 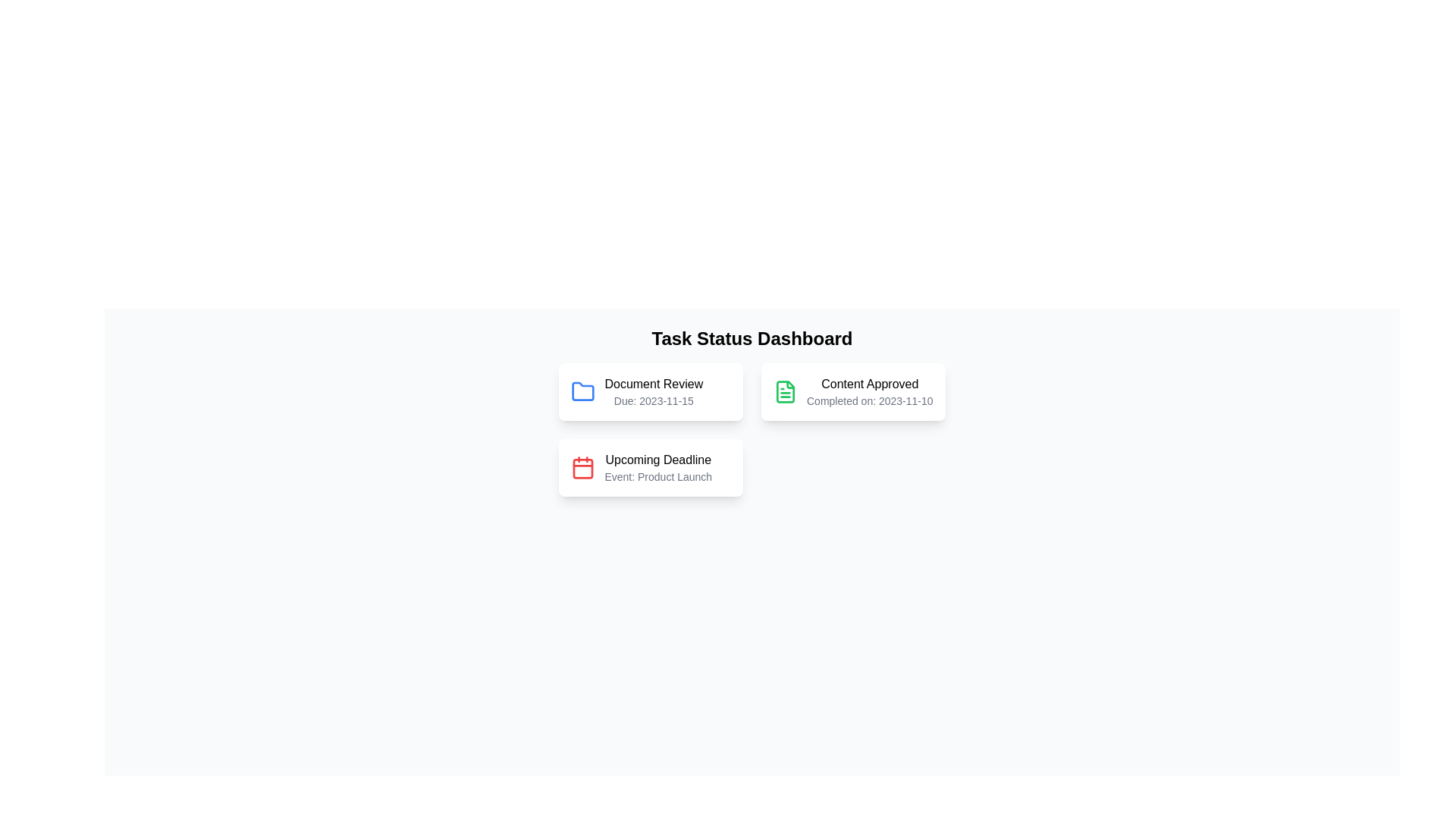 I want to click on the 'Document Review' text block, which includes a bold title and a muted subtitle, so click(x=654, y=391).